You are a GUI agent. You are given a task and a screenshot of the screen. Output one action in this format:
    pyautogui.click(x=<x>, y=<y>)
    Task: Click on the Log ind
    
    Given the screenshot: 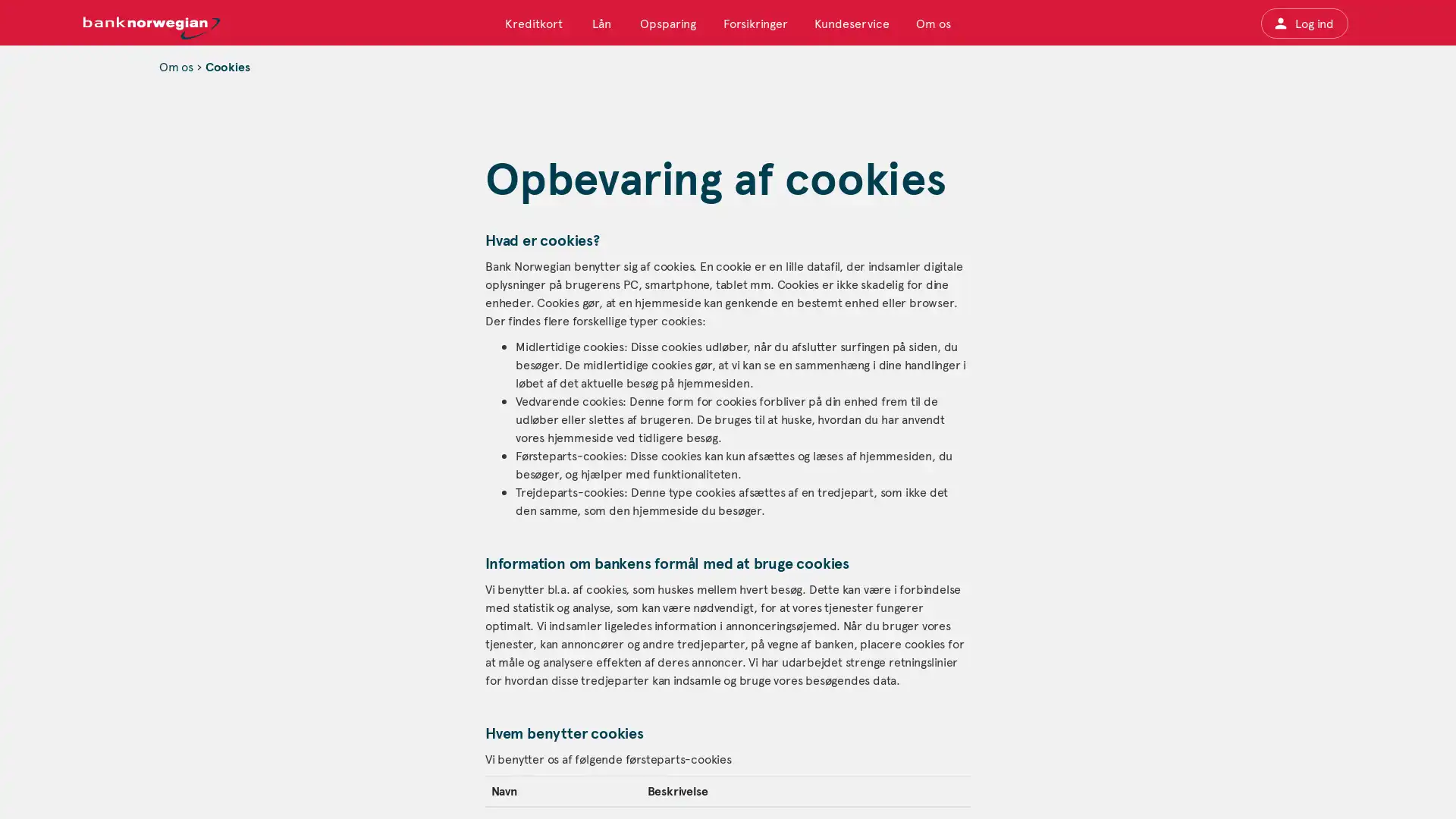 What is the action you would take?
    pyautogui.click(x=1303, y=23)
    